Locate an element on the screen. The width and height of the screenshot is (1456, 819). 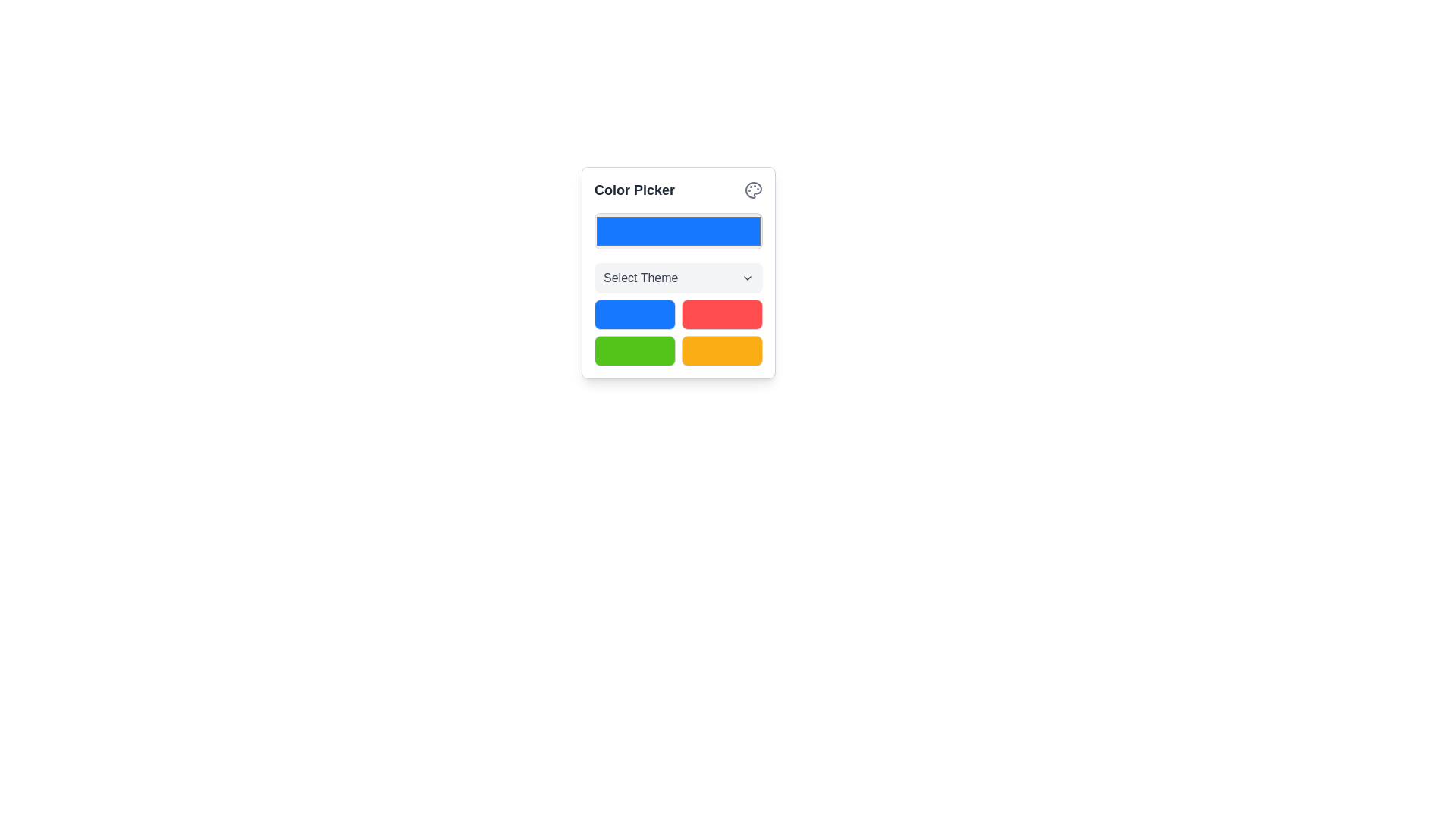
the green-themed button located in the bottom-left position of a 2x2 grid layout, directly below a blue button and to the left of a yellow button is located at coordinates (635, 350).